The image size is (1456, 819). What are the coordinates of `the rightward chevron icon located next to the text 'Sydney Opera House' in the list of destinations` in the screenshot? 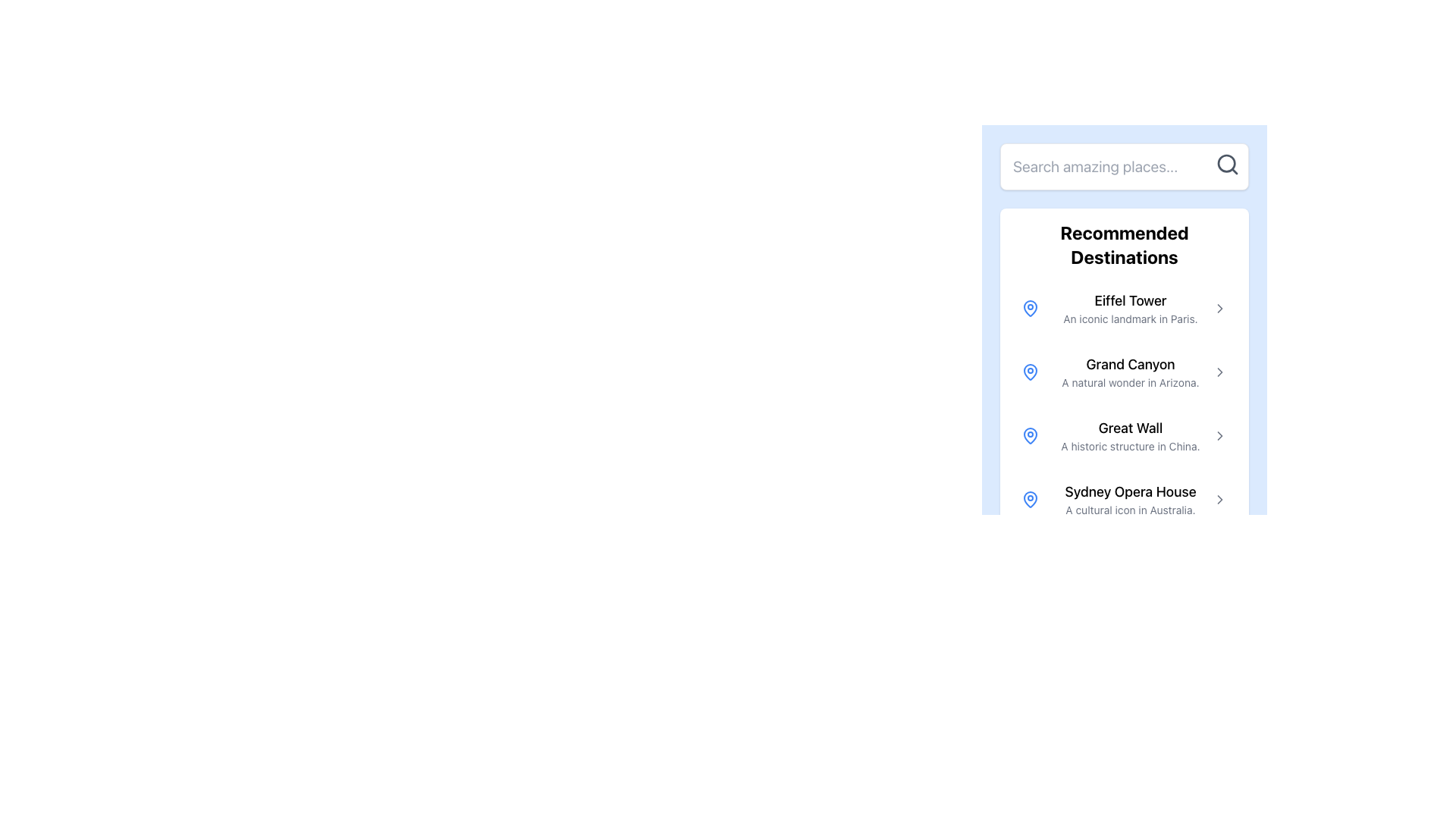 It's located at (1219, 500).